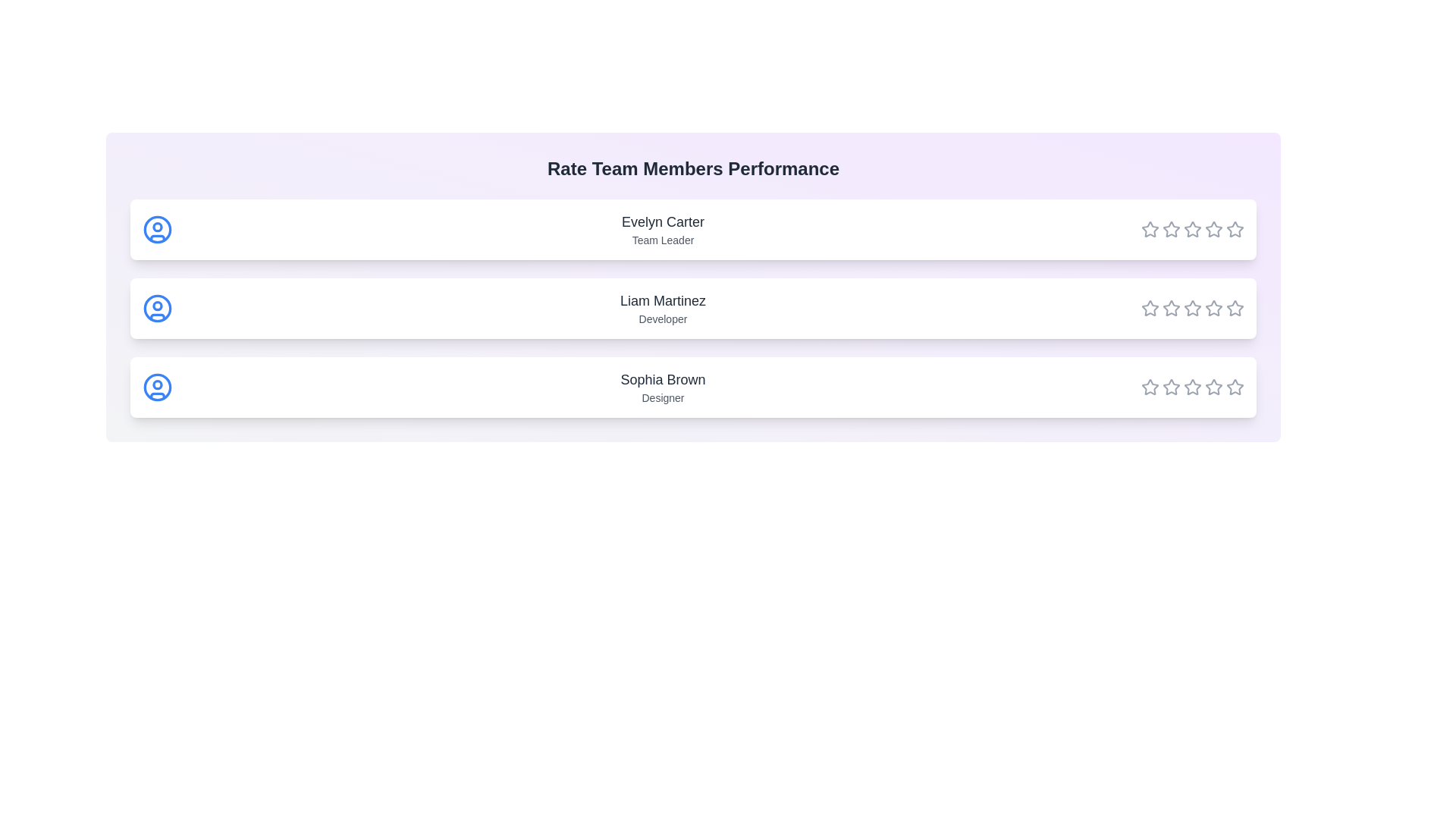  Describe the element at coordinates (157, 308) in the screenshot. I see `the user icon for Liam Martinez` at that location.